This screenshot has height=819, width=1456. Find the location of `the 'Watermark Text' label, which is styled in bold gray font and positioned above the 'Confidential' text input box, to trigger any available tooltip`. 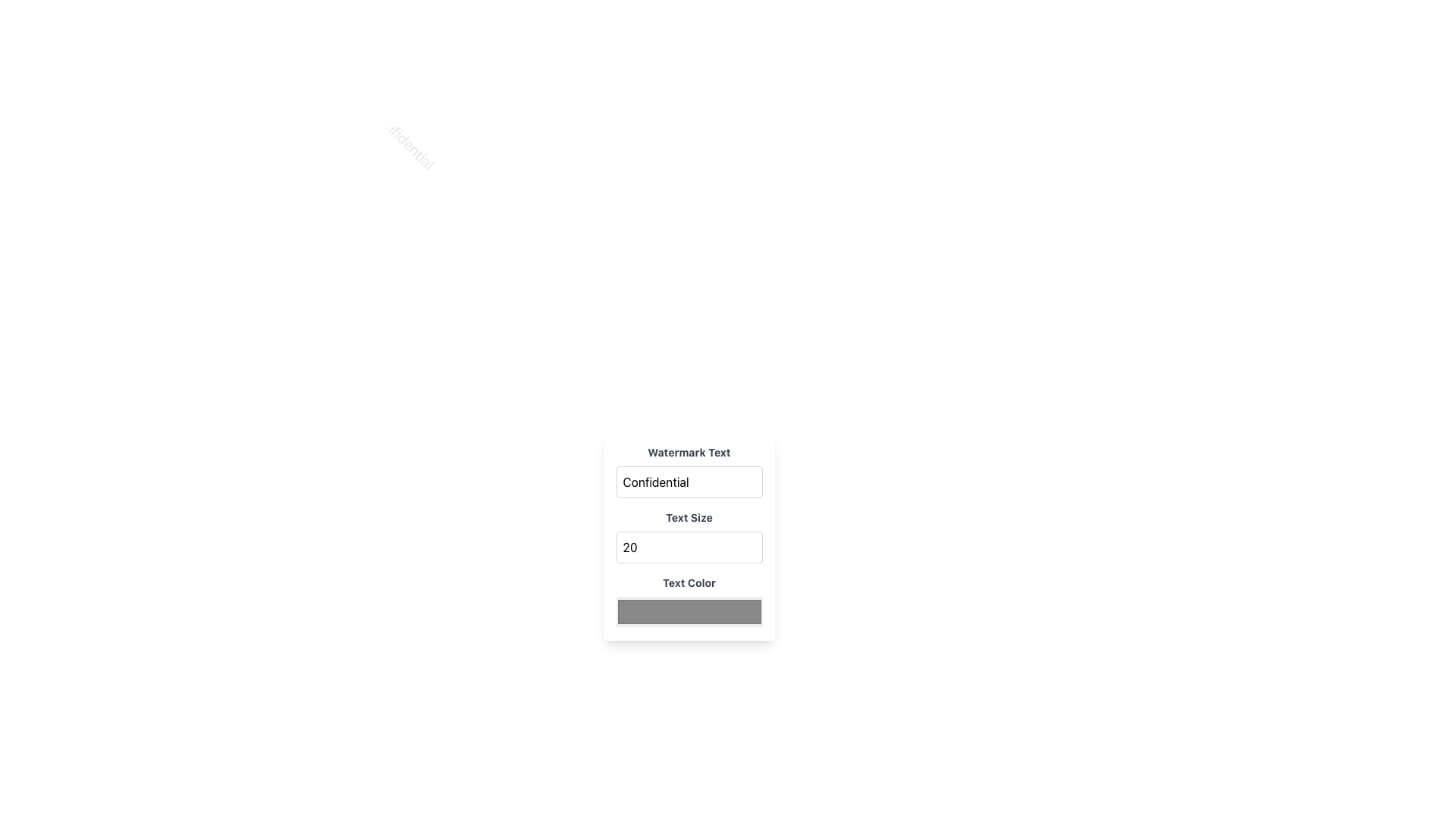

the 'Watermark Text' label, which is styled in bold gray font and positioned above the 'Confidential' text input box, to trigger any available tooltip is located at coordinates (688, 452).